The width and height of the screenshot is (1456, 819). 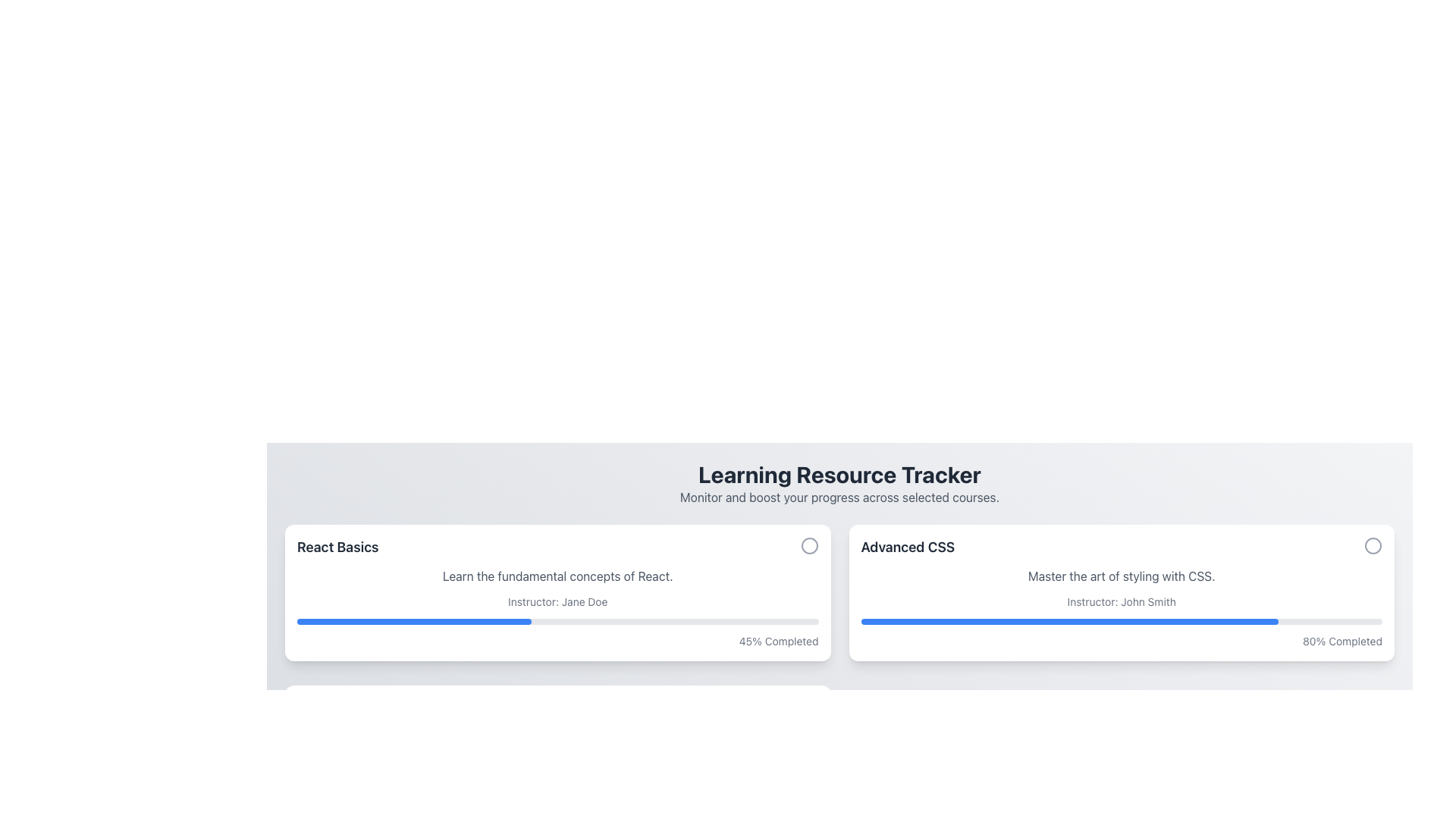 I want to click on the non-interactive text label that informs users about the instructor for the 'Advanced CSS' course, located within the course card, so click(x=1122, y=601).